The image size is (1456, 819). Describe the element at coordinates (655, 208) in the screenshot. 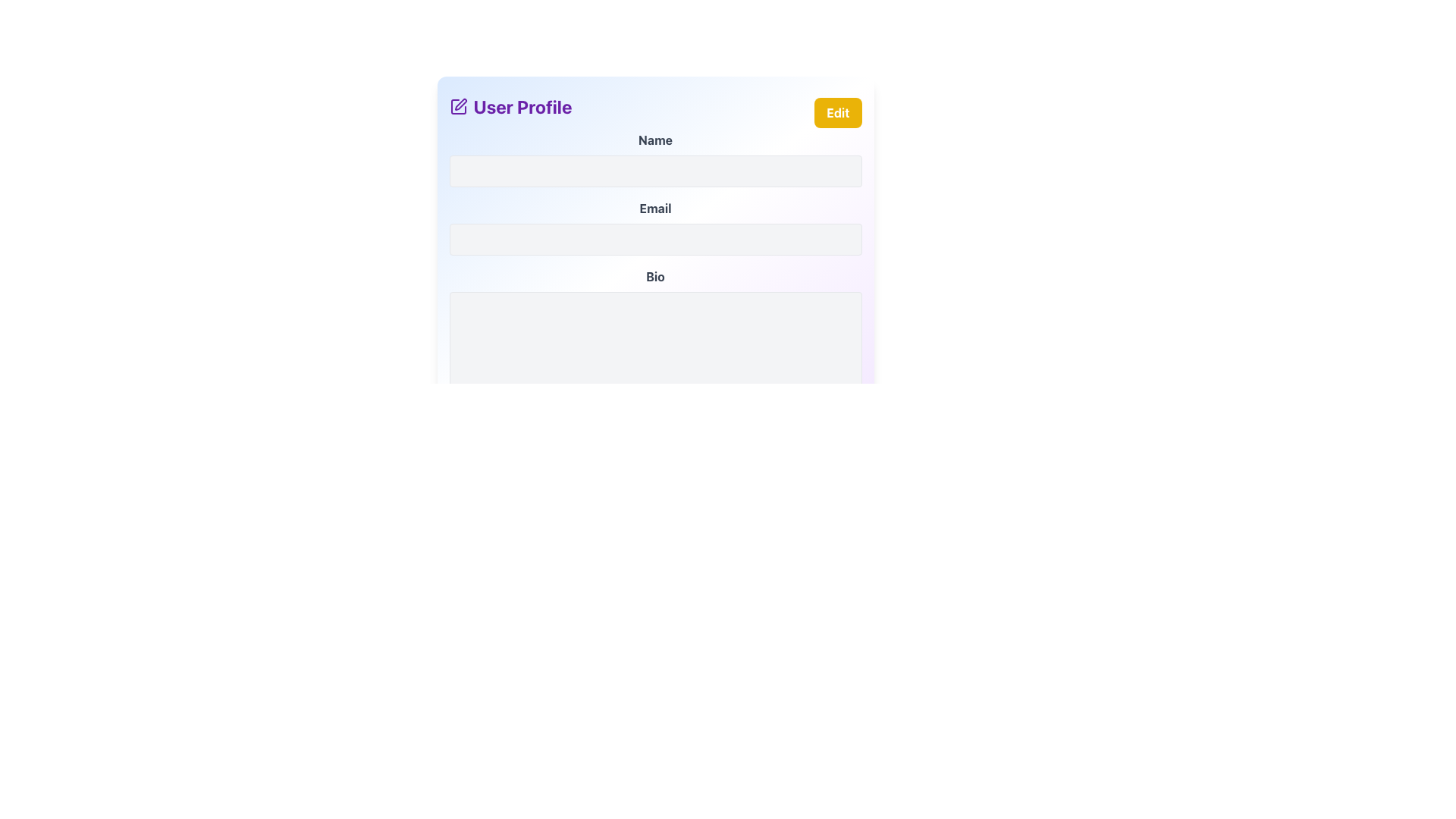

I see `the 'Email' label, which is bold, medium-sized, gray text positioned above an input box in the user profile details section of the form` at that location.